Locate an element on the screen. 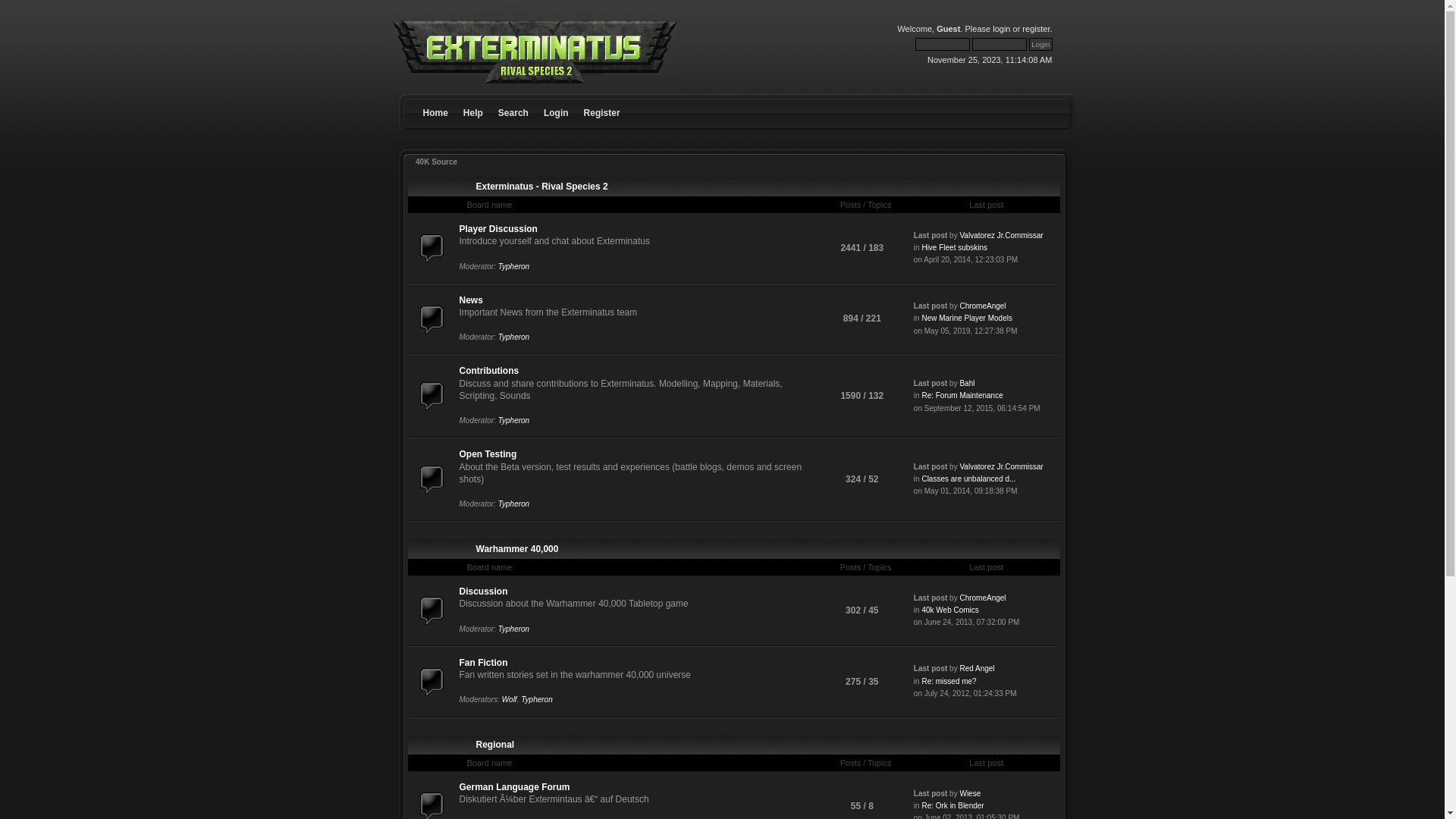 This screenshot has height=819, width=1456. 'Valvatorez Jr.Commissar' is located at coordinates (1001, 466).